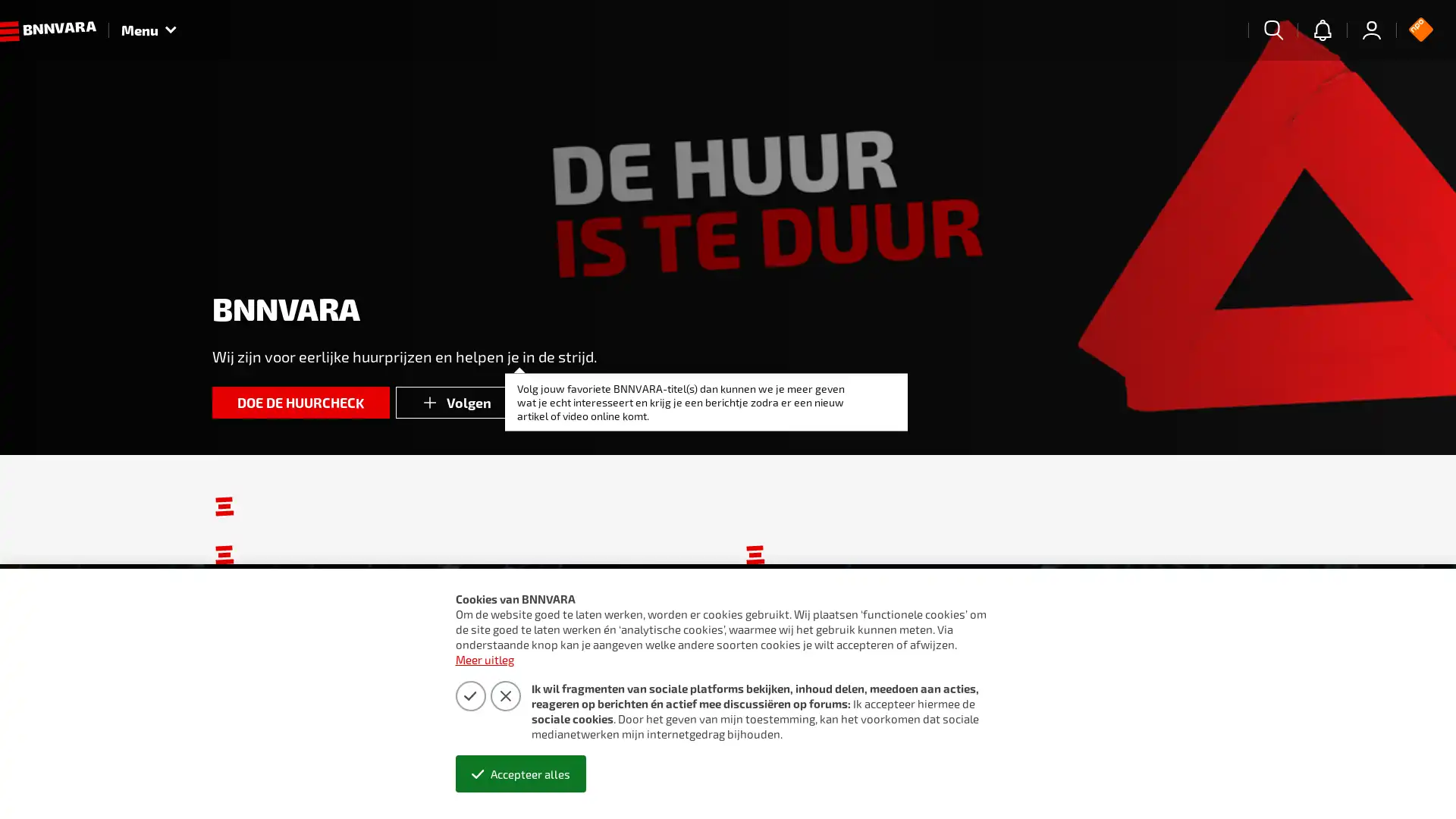 The image size is (1456, 819). Describe the element at coordinates (520, 773) in the screenshot. I see `Accepteer alles` at that location.